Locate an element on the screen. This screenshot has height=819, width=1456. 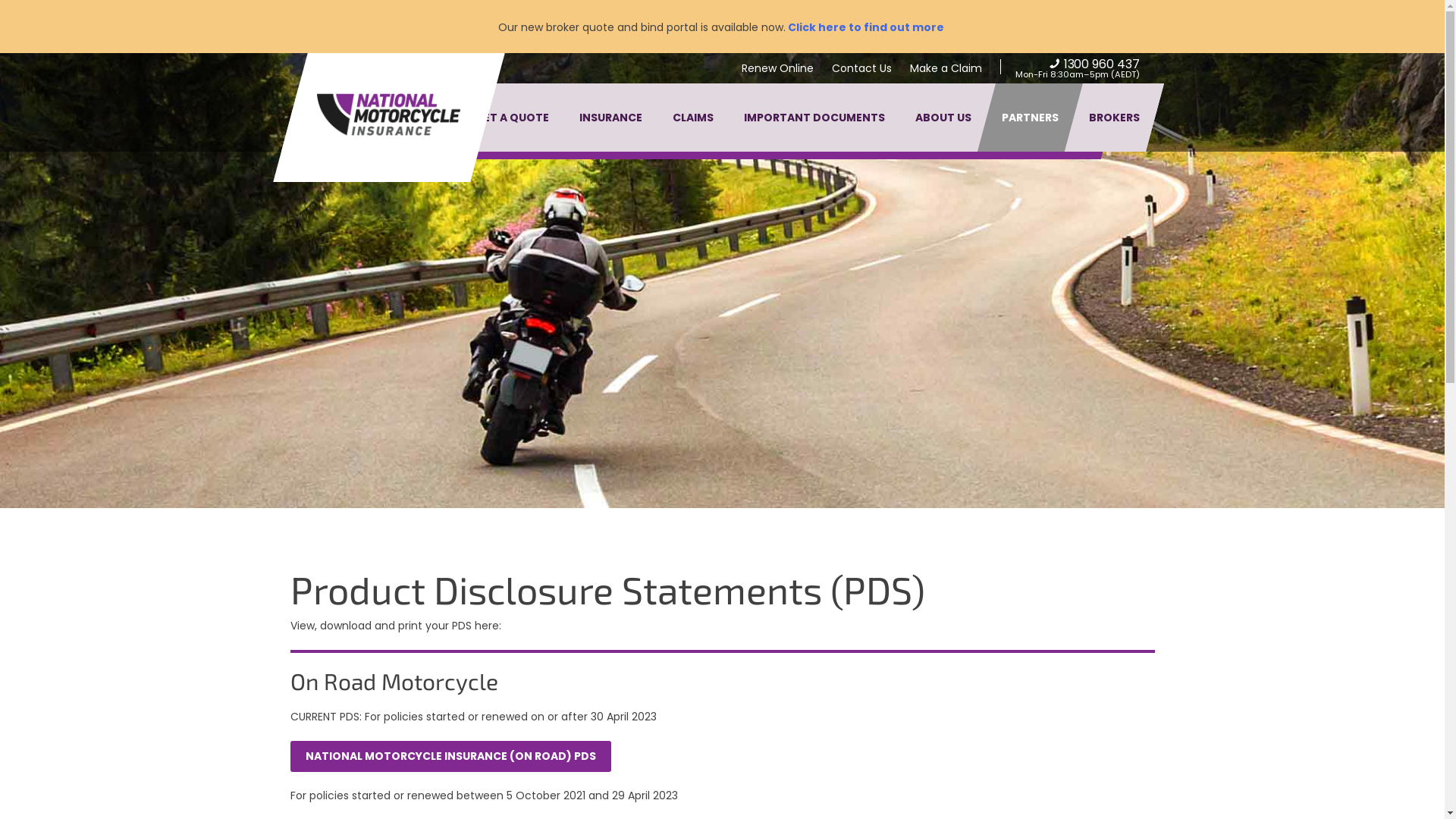
'NATIONAL MOTORCYCLE INSURANCE (ON ROAD) PDS' is located at coordinates (449, 756).